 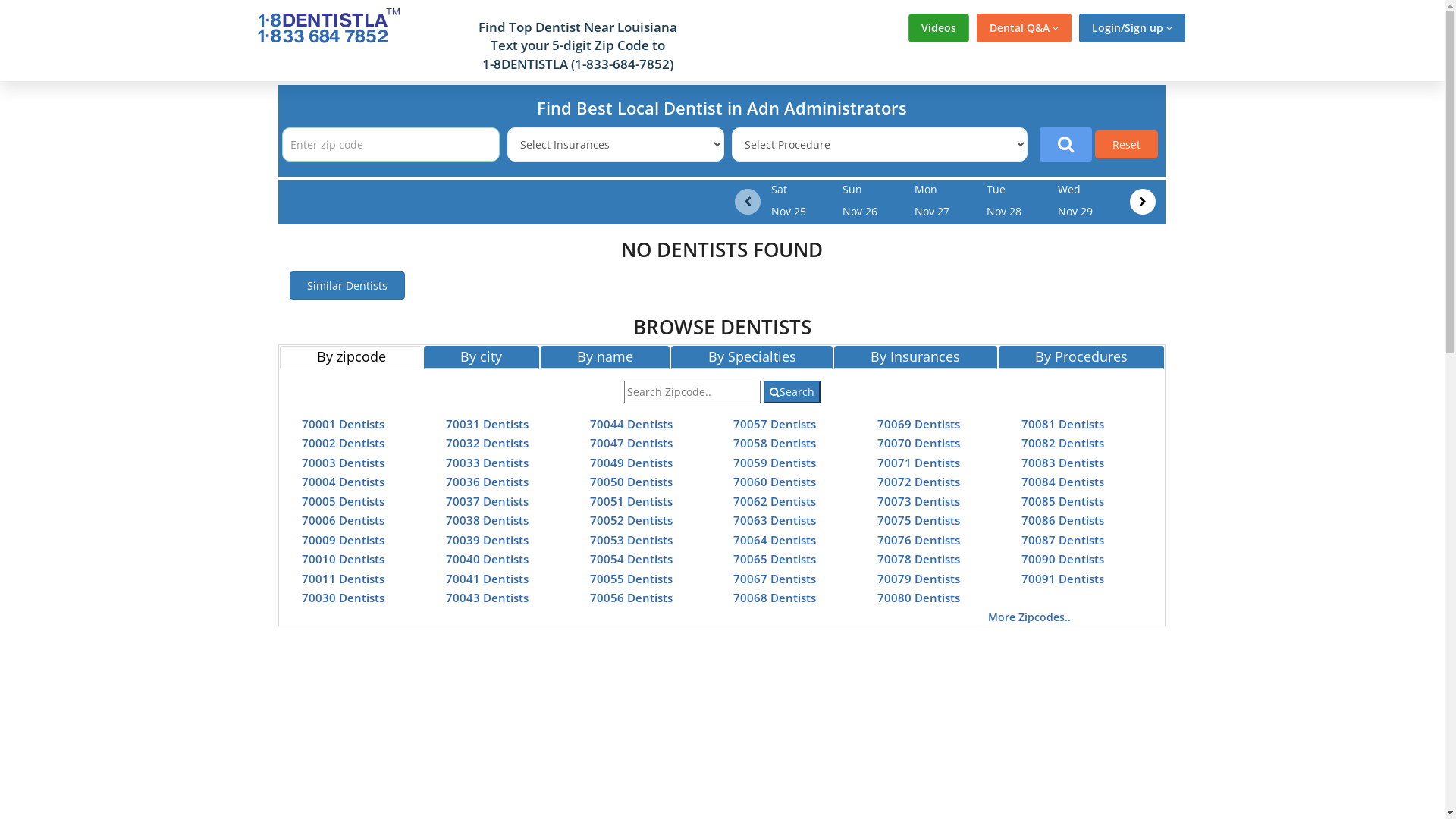 What do you see at coordinates (631, 461) in the screenshot?
I see `'70049 Dentists'` at bounding box center [631, 461].